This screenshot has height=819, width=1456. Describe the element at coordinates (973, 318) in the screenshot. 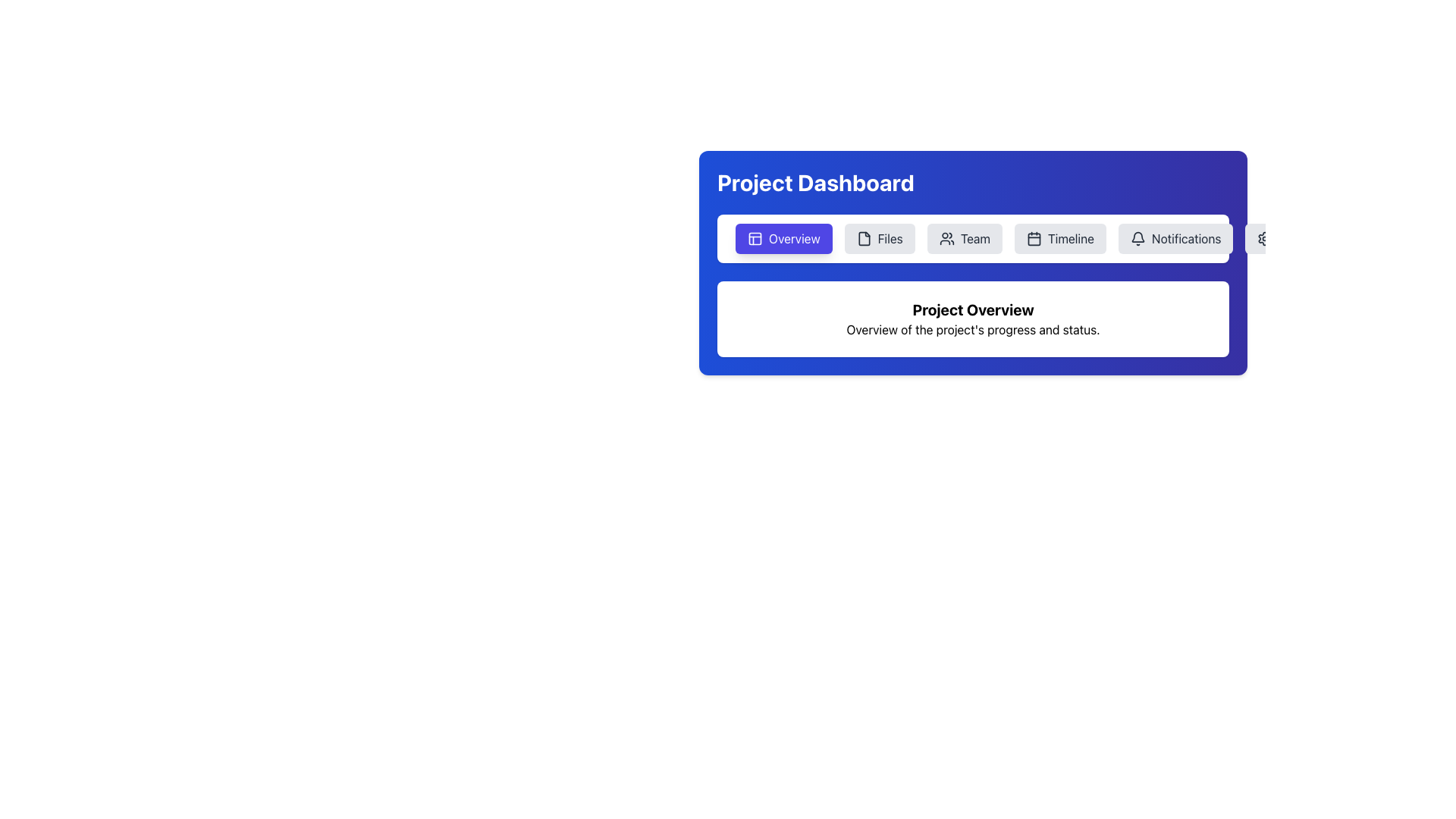

I see `the Text block titled 'Project Overview' which contains a description about the project's progress and status, located centrally below the navigation bar in the dashboard interface` at that location.